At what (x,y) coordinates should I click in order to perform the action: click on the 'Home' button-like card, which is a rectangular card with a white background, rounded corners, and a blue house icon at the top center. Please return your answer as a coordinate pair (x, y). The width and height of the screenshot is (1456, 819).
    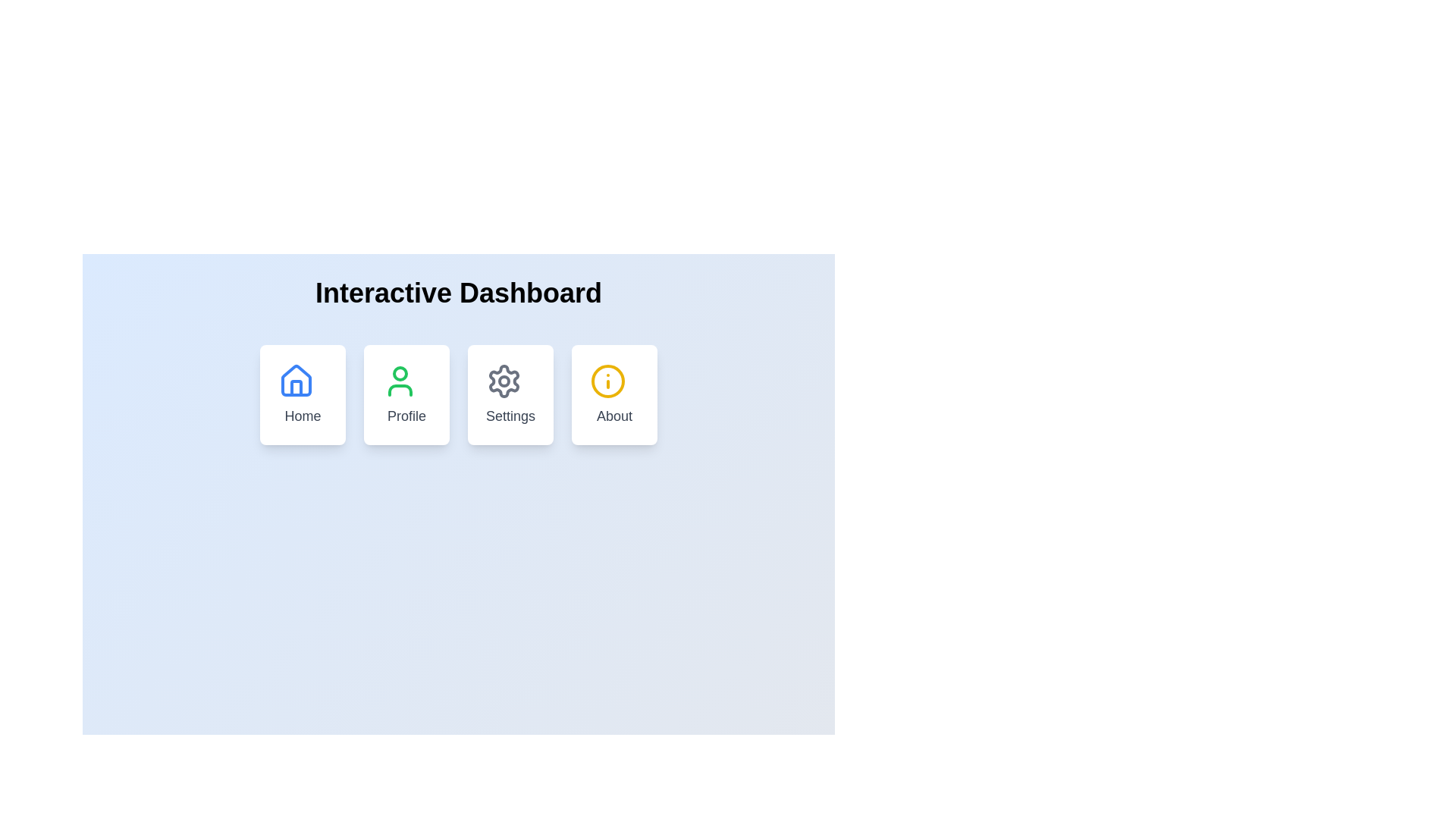
    Looking at the image, I should click on (303, 394).